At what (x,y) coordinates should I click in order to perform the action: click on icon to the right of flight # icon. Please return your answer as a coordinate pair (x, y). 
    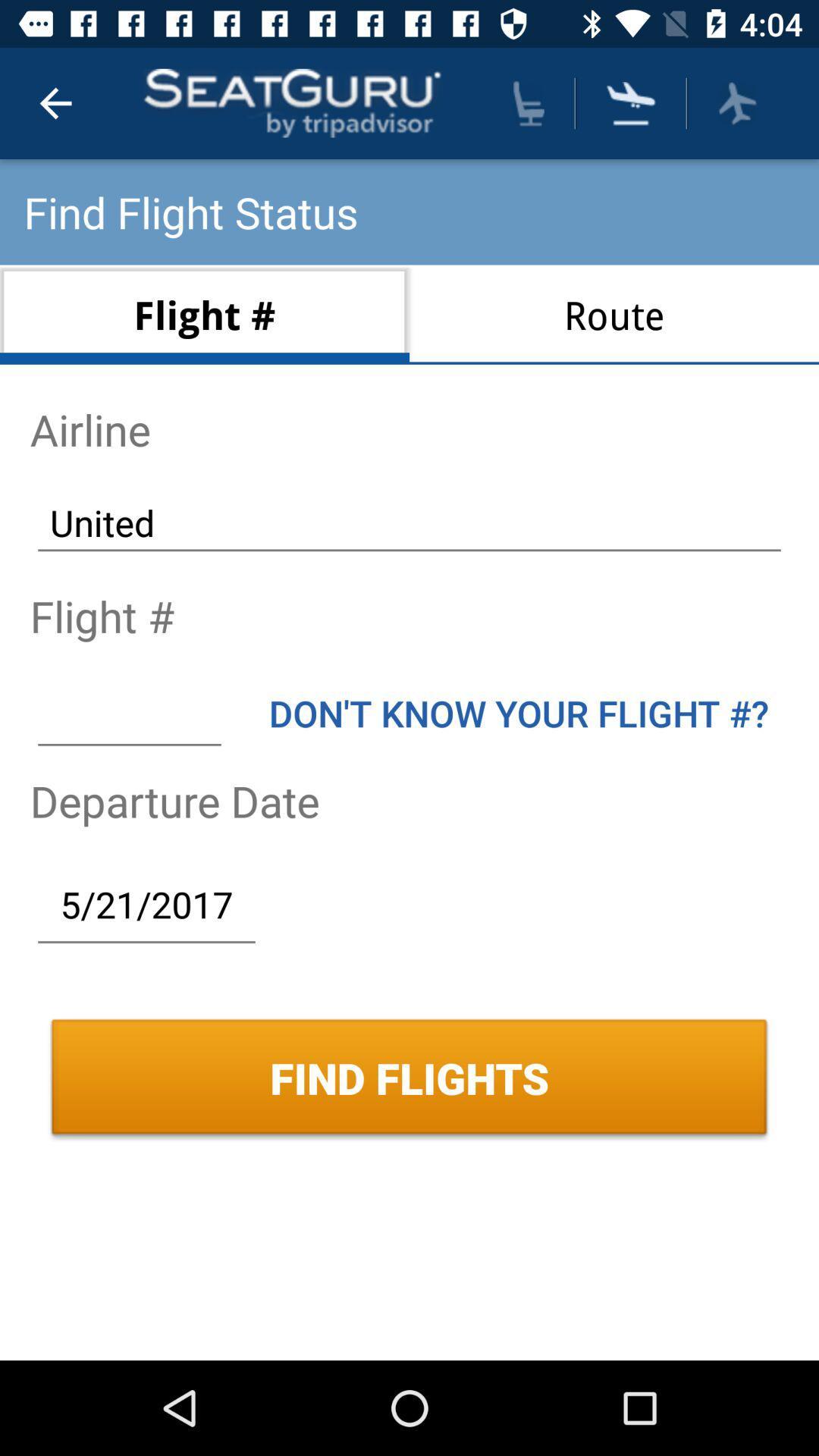
    Looking at the image, I should click on (614, 314).